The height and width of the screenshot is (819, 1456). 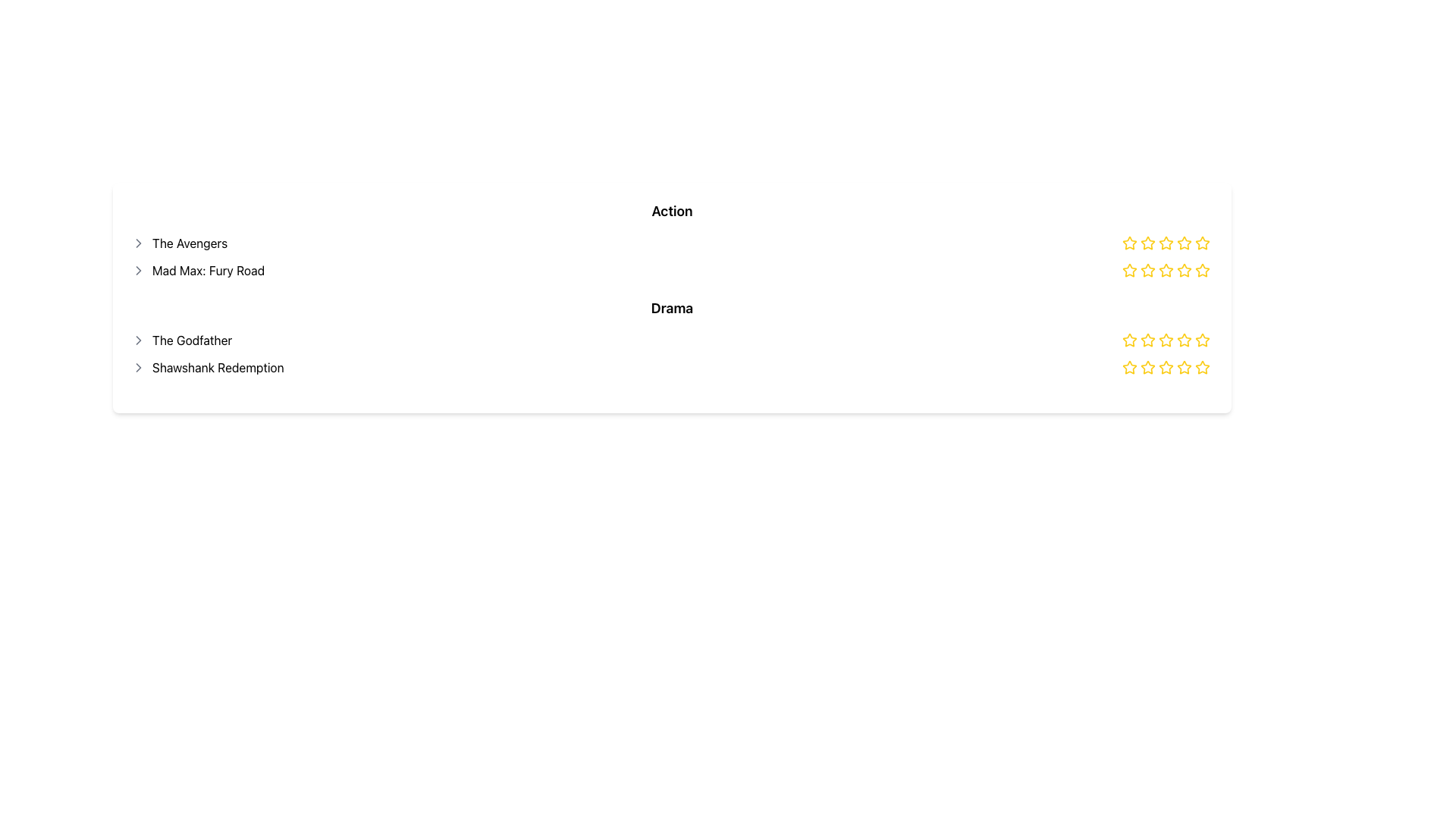 What do you see at coordinates (1182, 338) in the screenshot?
I see `the fourth star in the third row of yellow-bordered, hollow white star icons to rate 'The Godfather' under the 'Drama' category` at bounding box center [1182, 338].